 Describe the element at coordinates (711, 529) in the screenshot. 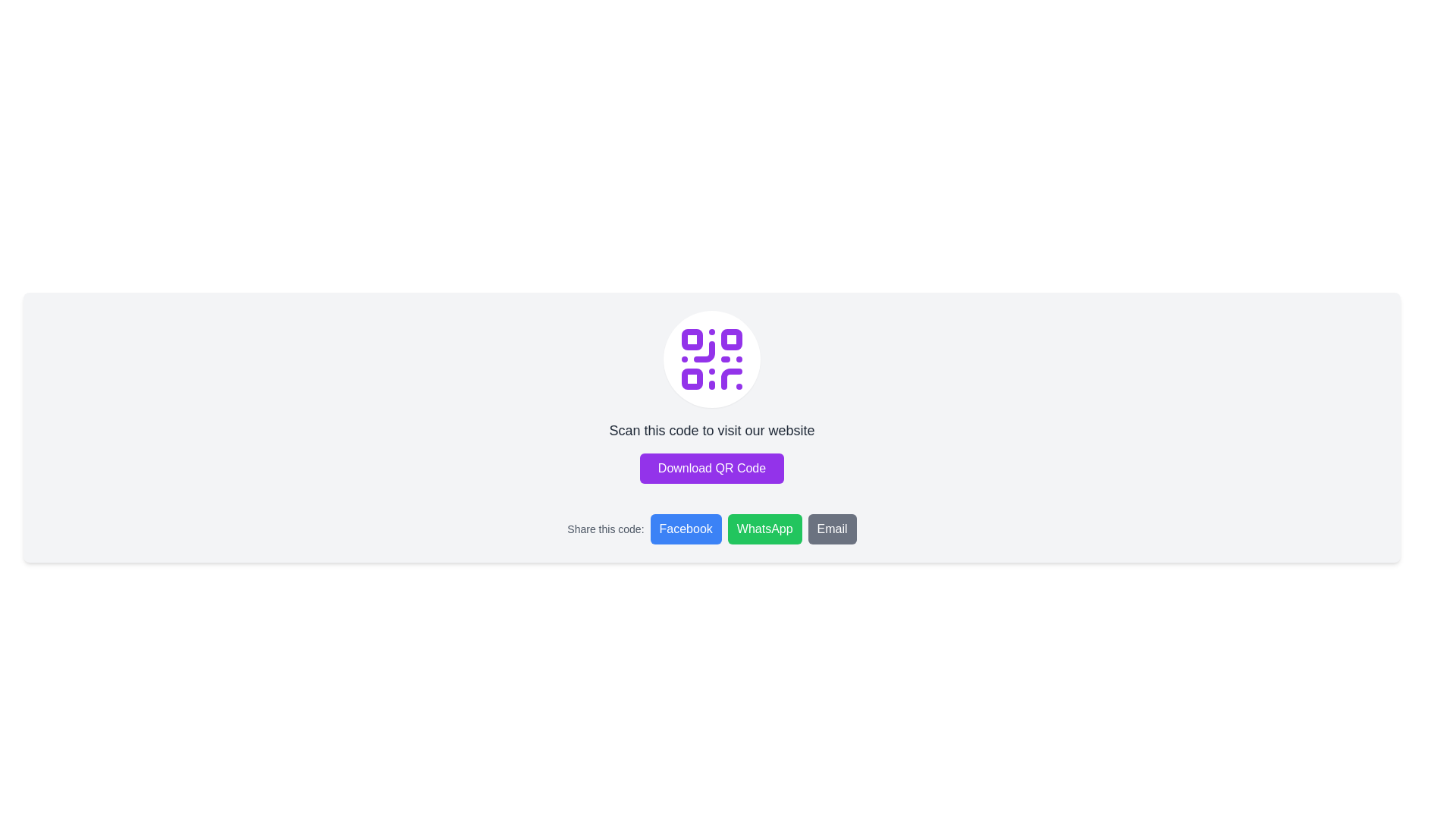

I see `the first button to the right of the text 'Share this code:' to initiate sharing the code on Facebook` at that location.